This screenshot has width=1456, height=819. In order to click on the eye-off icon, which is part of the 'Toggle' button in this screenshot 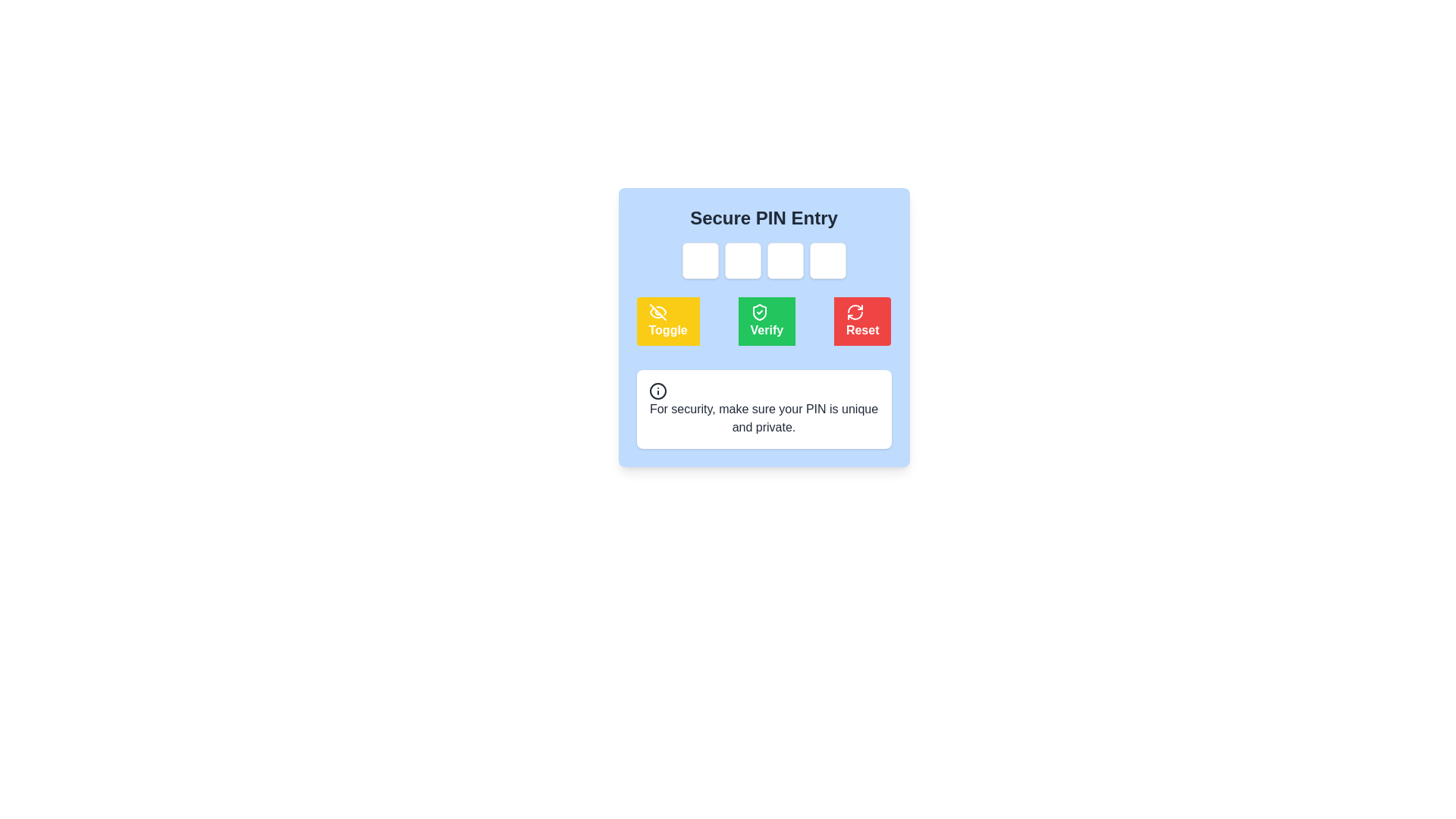, I will do `click(657, 312)`.